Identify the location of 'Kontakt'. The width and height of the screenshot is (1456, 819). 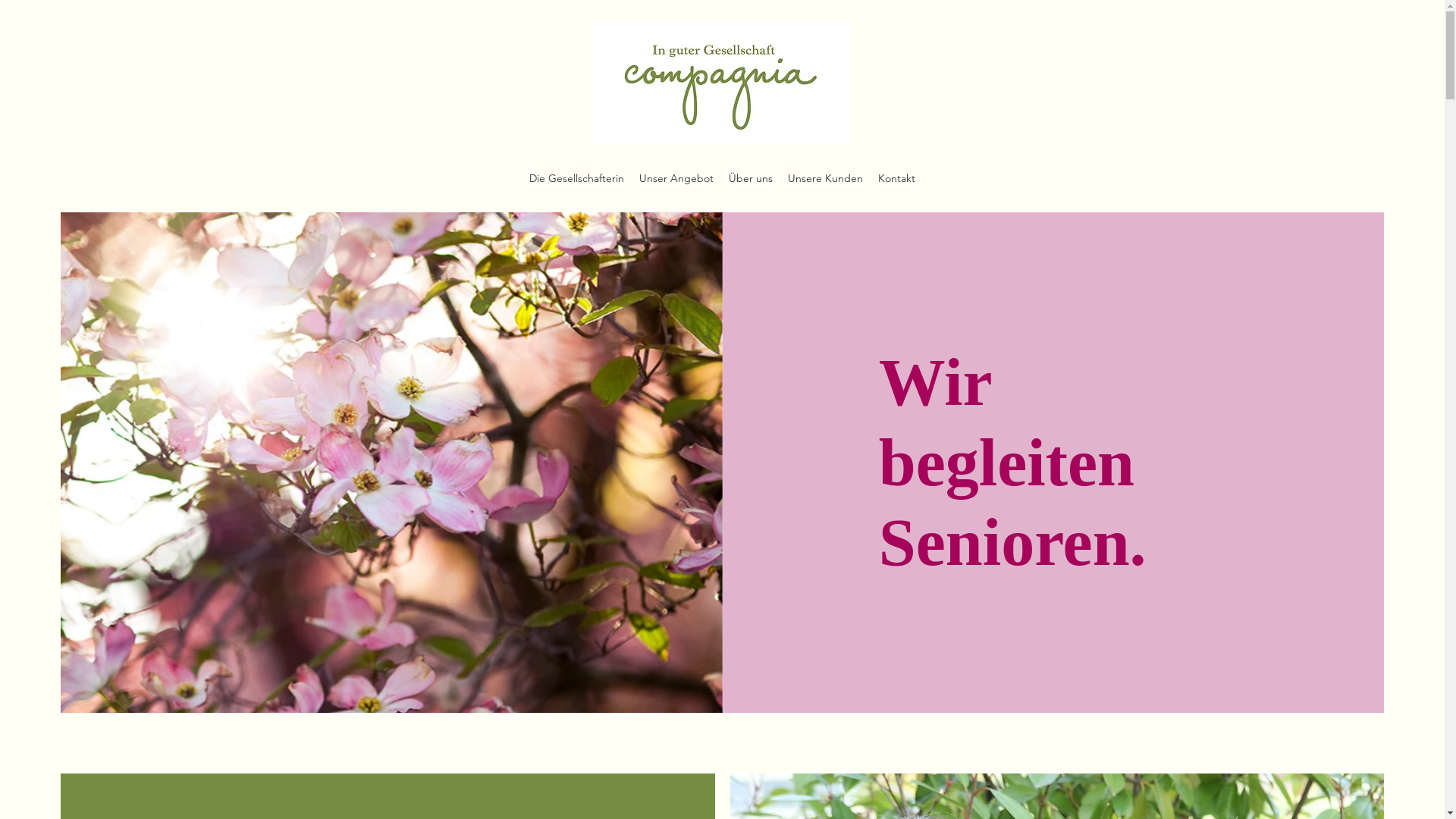
(896, 177).